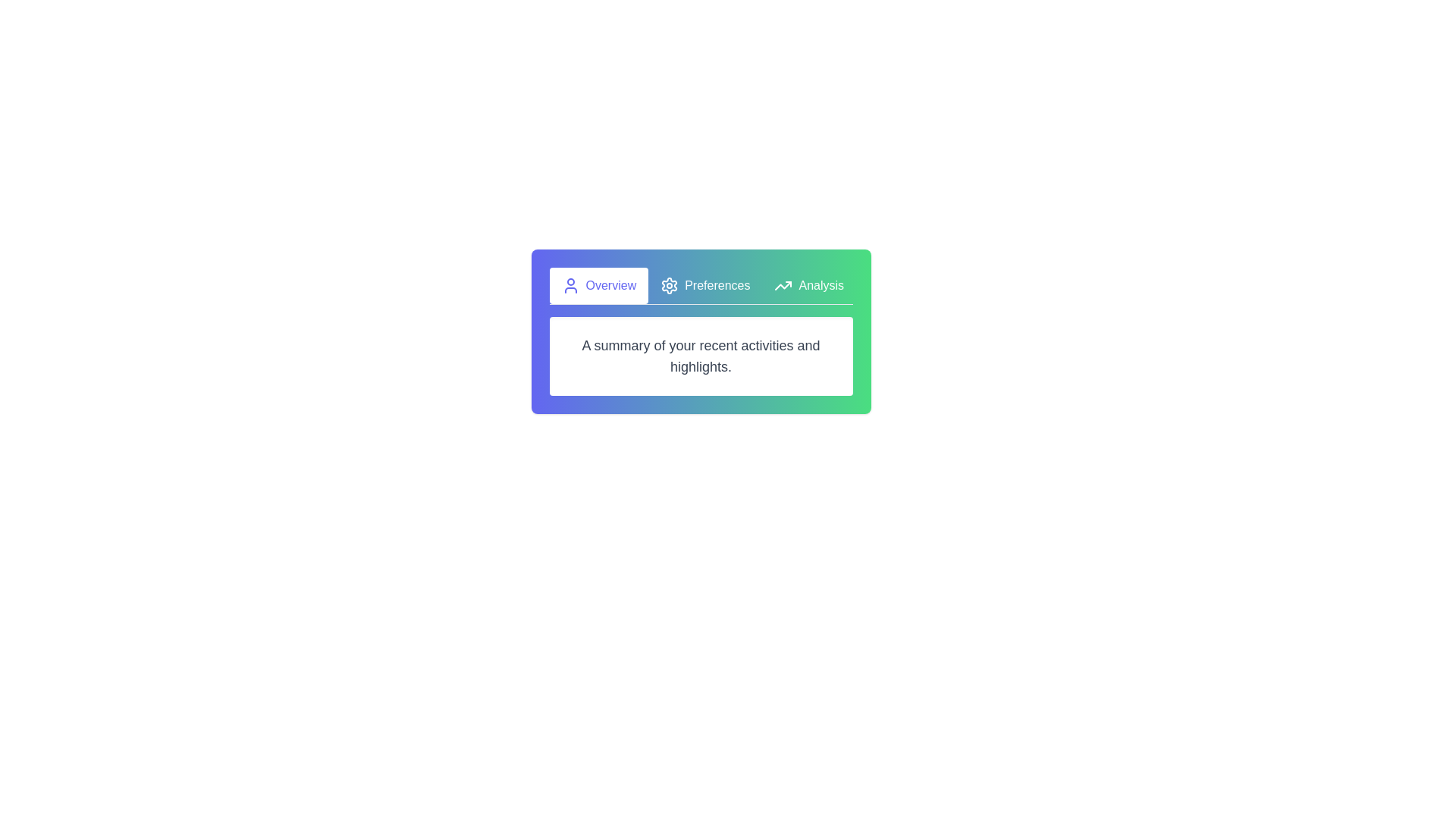 This screenshot has width=1456, height=819. What do you see at coordinates (704, 286) in the screenshot?
I see `the tab labeled Preferences` at bounding box center [704, 286].